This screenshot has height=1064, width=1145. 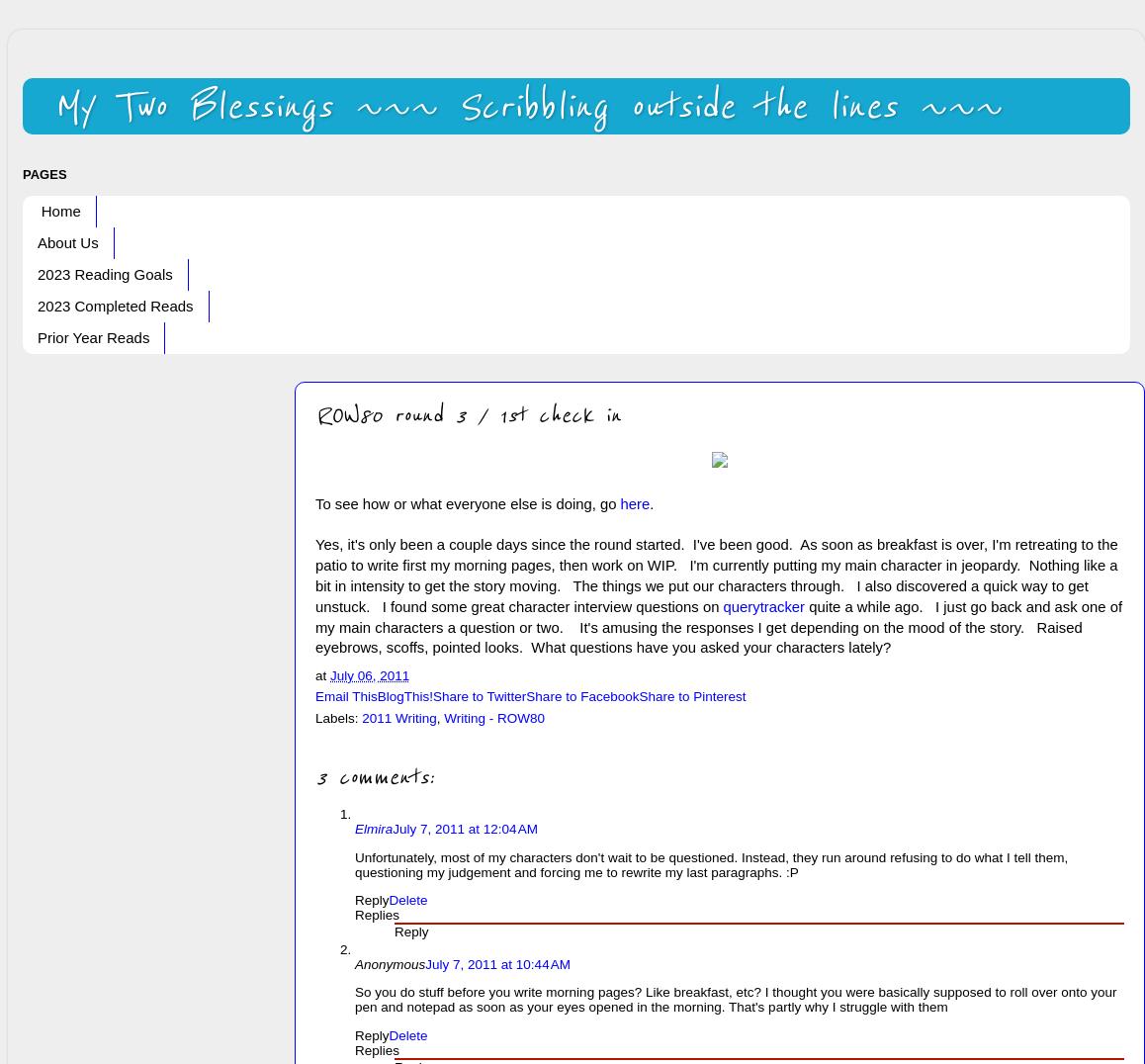 What do you see at coordinates (432, 696) in the screenshot?
I see `'Share to Twitter'` at bounding box center [432, 696].